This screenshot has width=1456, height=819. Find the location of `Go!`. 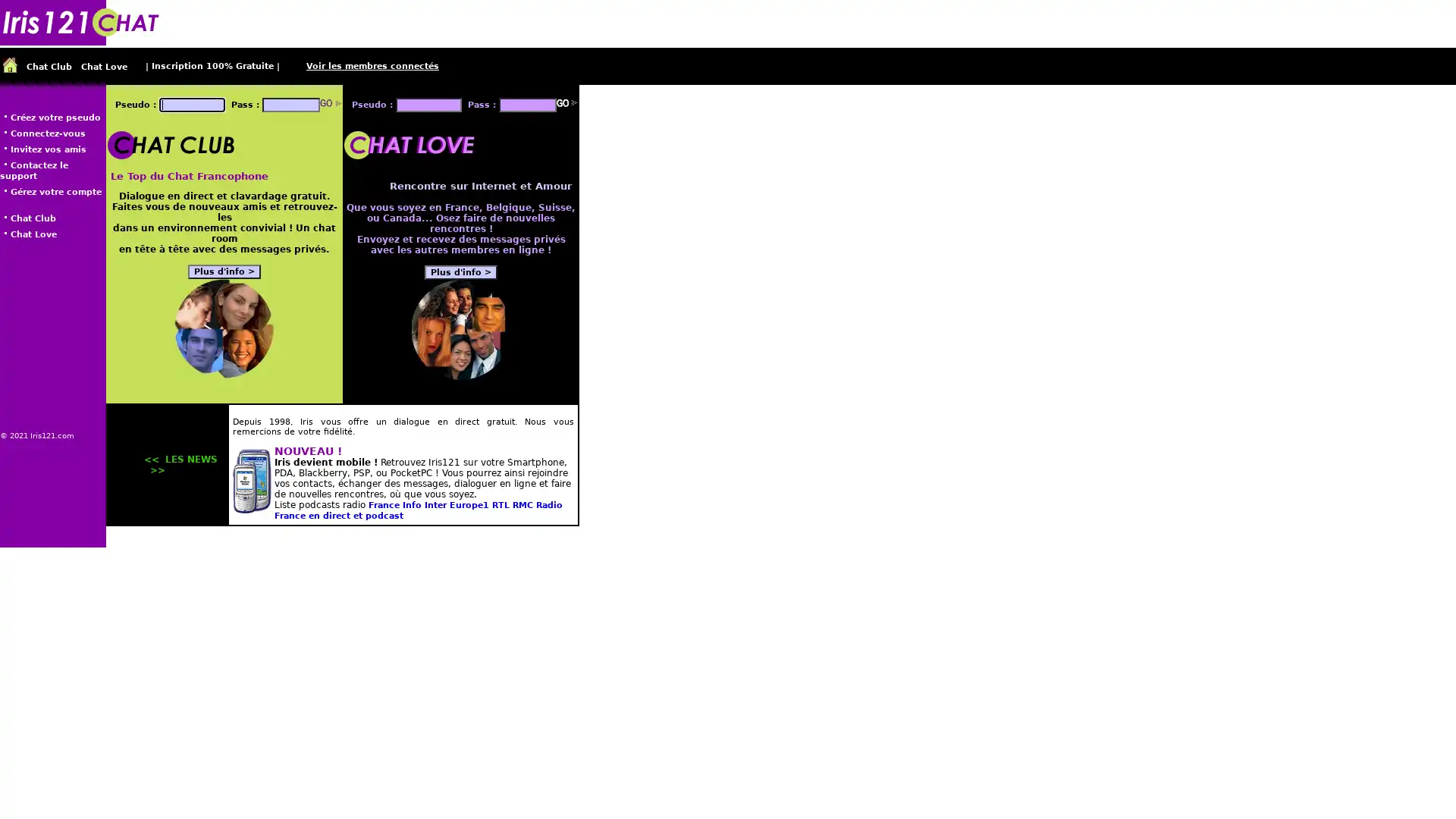

Go! is located at coordinates (566, 103).